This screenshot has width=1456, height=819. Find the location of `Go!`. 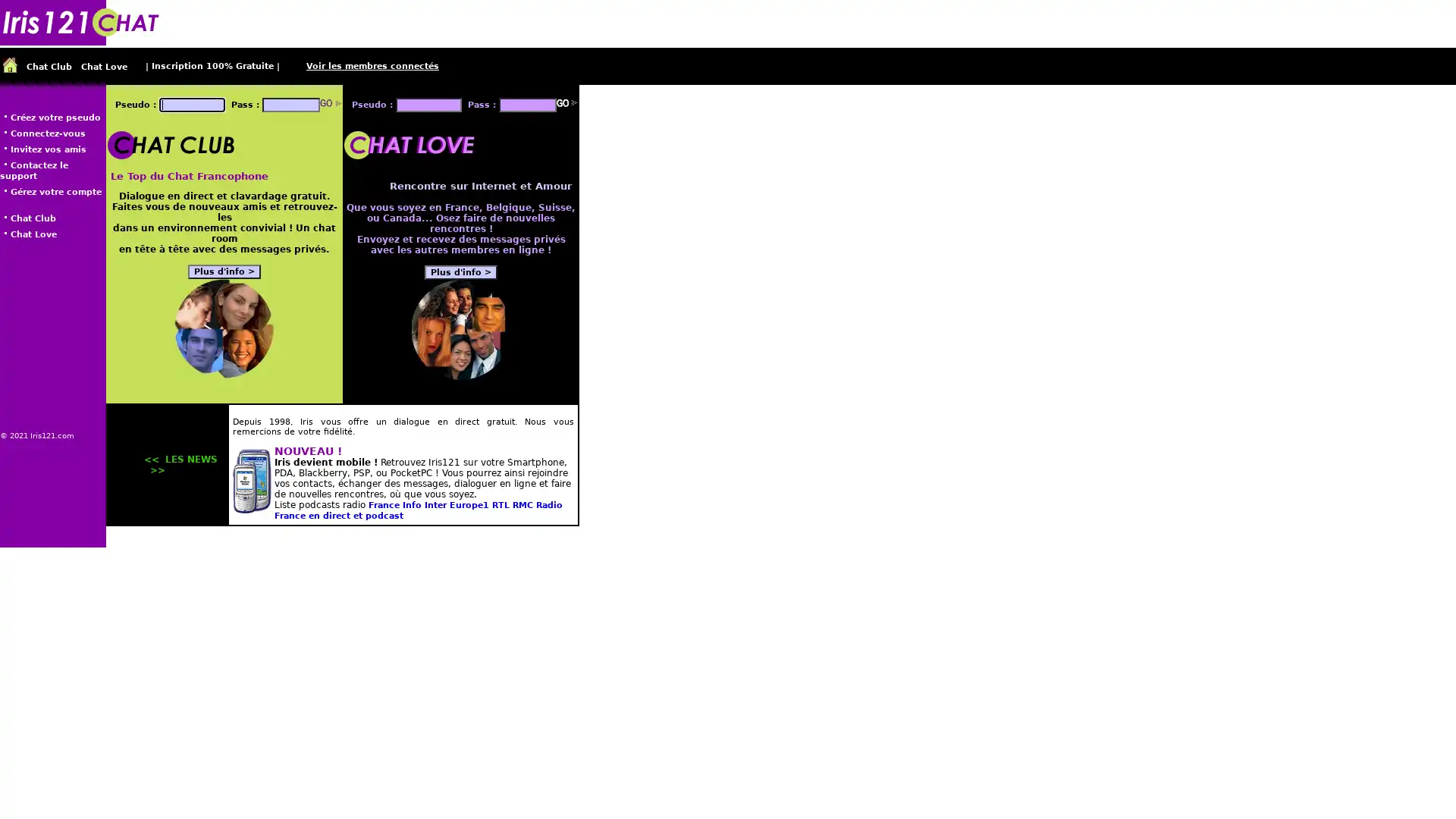

Go! is located at coordinates (566, 103).